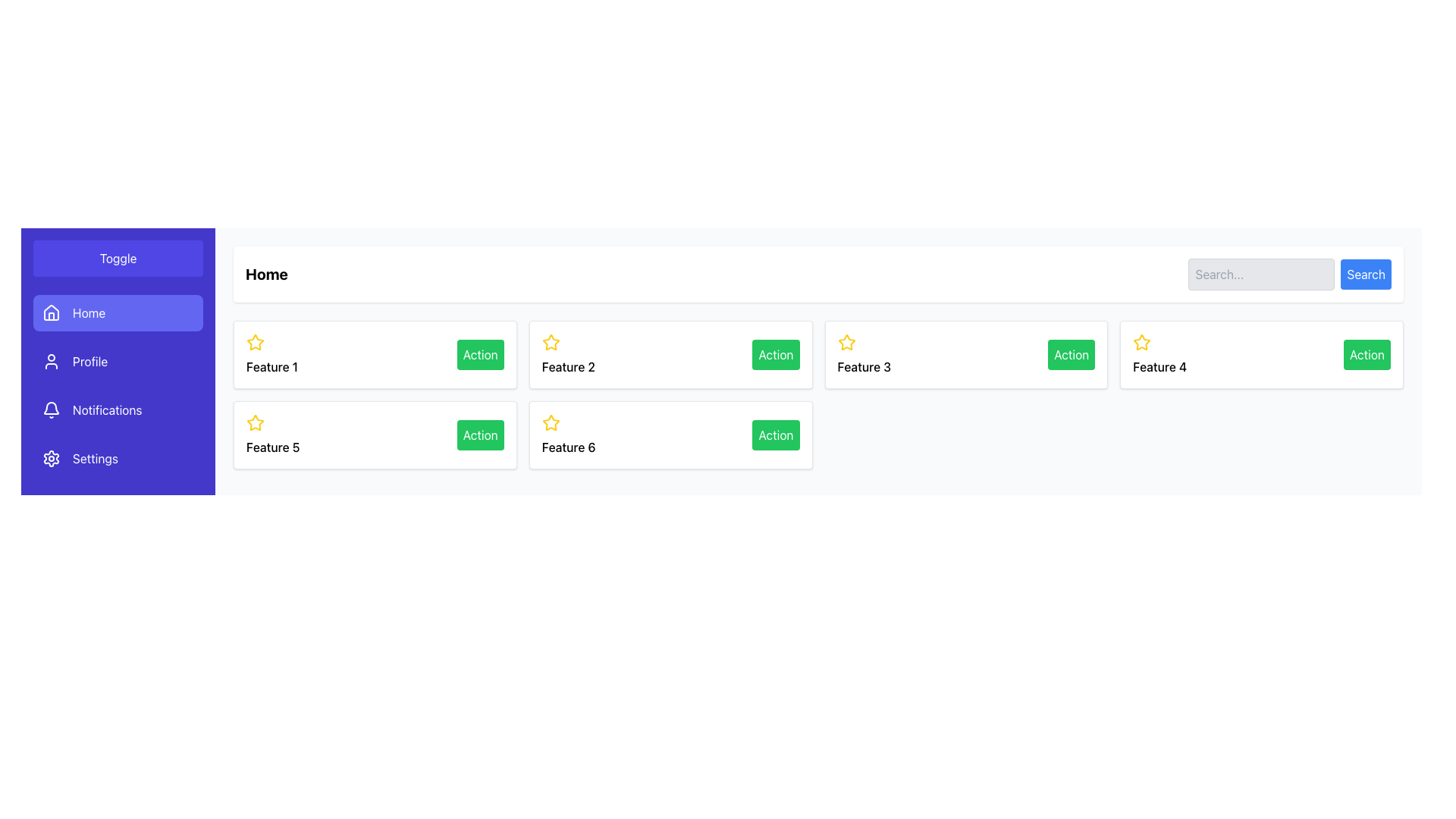  What do you see at coordinates (51, 315) in the screenshot?
I see `the door-like component of the home icon in the sidebar, which visually represents the 'Home' feature` at bounding box center [51, 315].